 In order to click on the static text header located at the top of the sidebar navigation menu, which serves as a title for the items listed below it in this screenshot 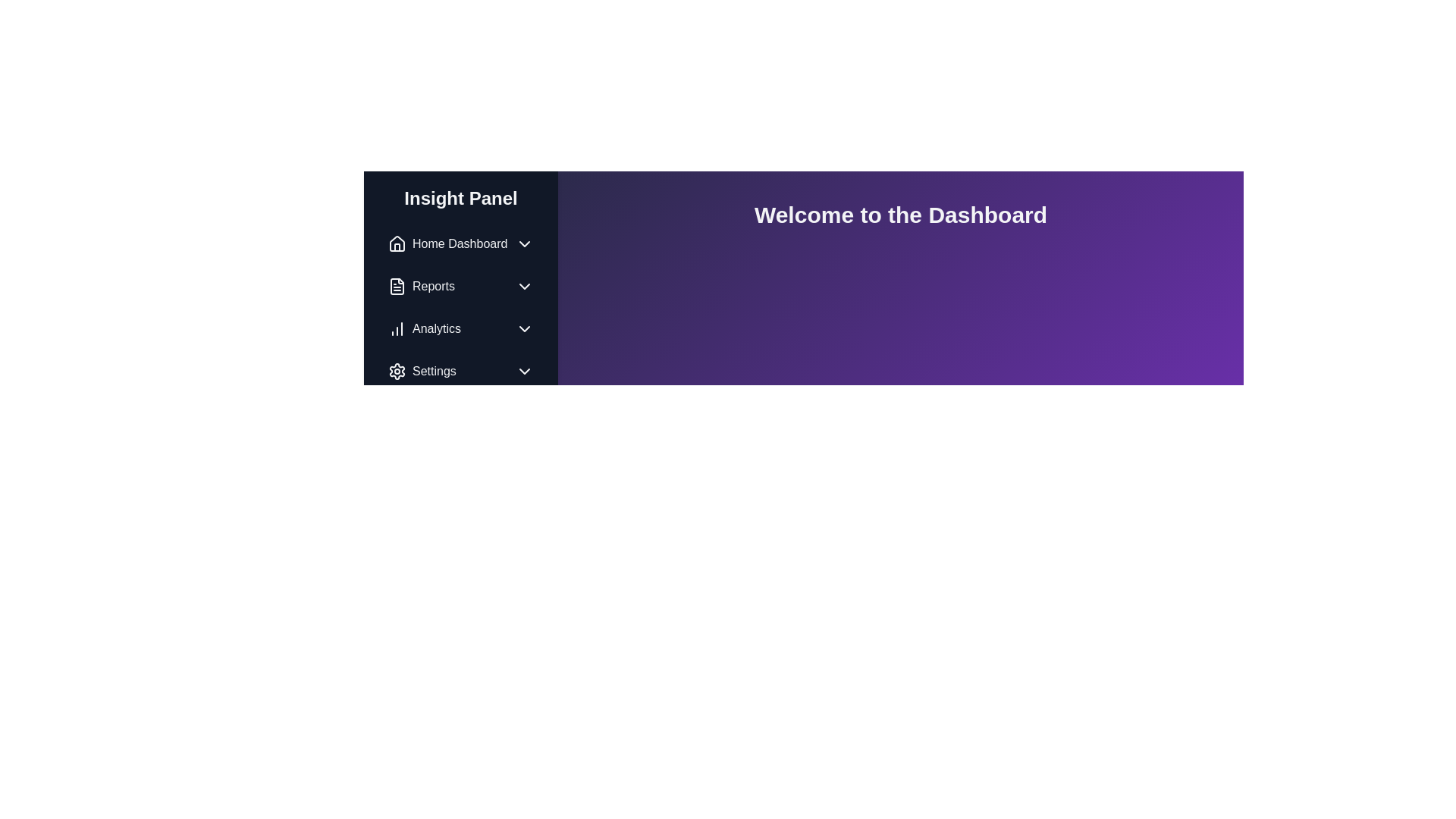, I will do `click(460, 198)`.